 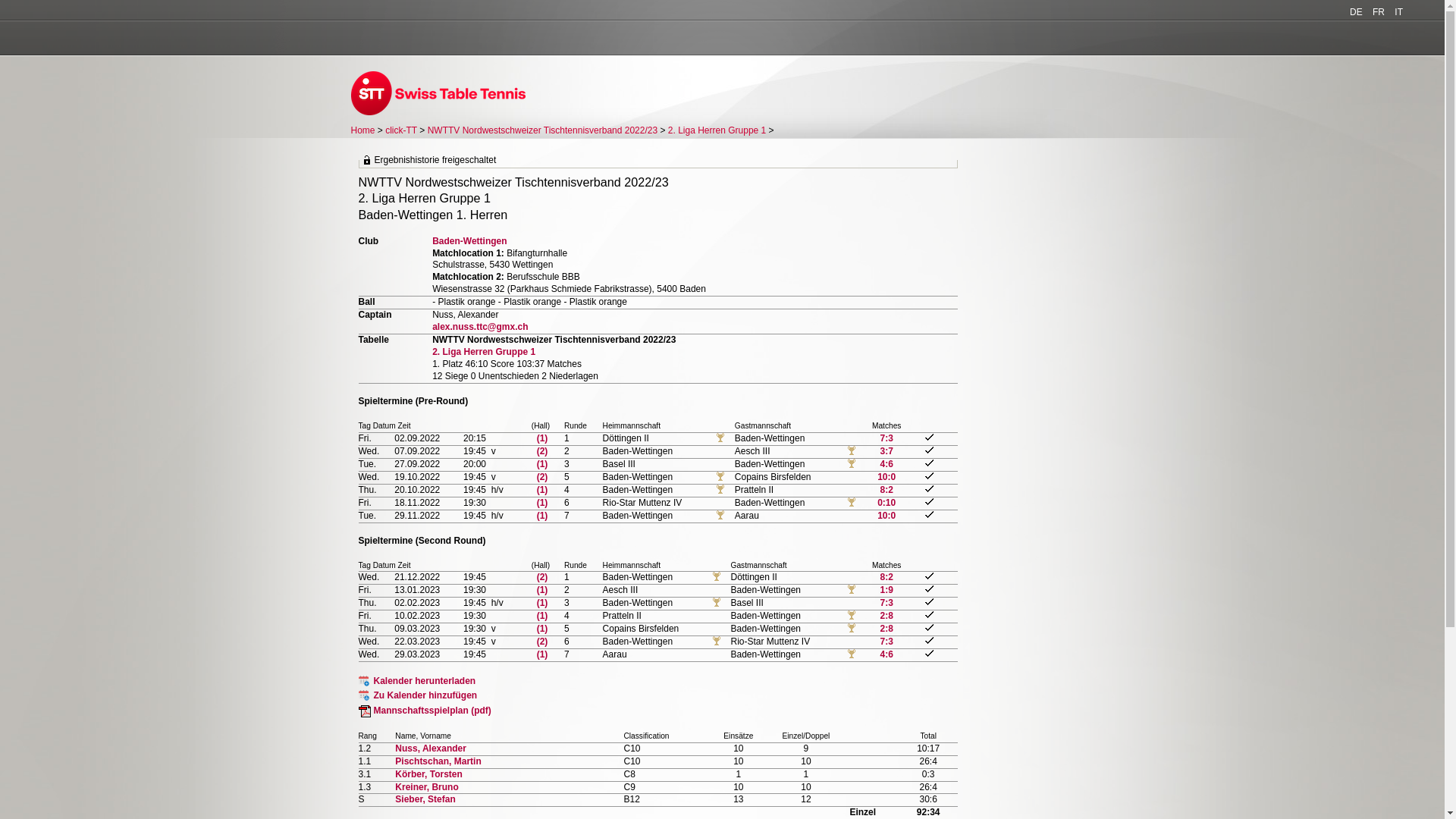 What do you see at coordinates (886, 475) in the screenshot?
I see `'10:0'` at bounding box center [886, 475].